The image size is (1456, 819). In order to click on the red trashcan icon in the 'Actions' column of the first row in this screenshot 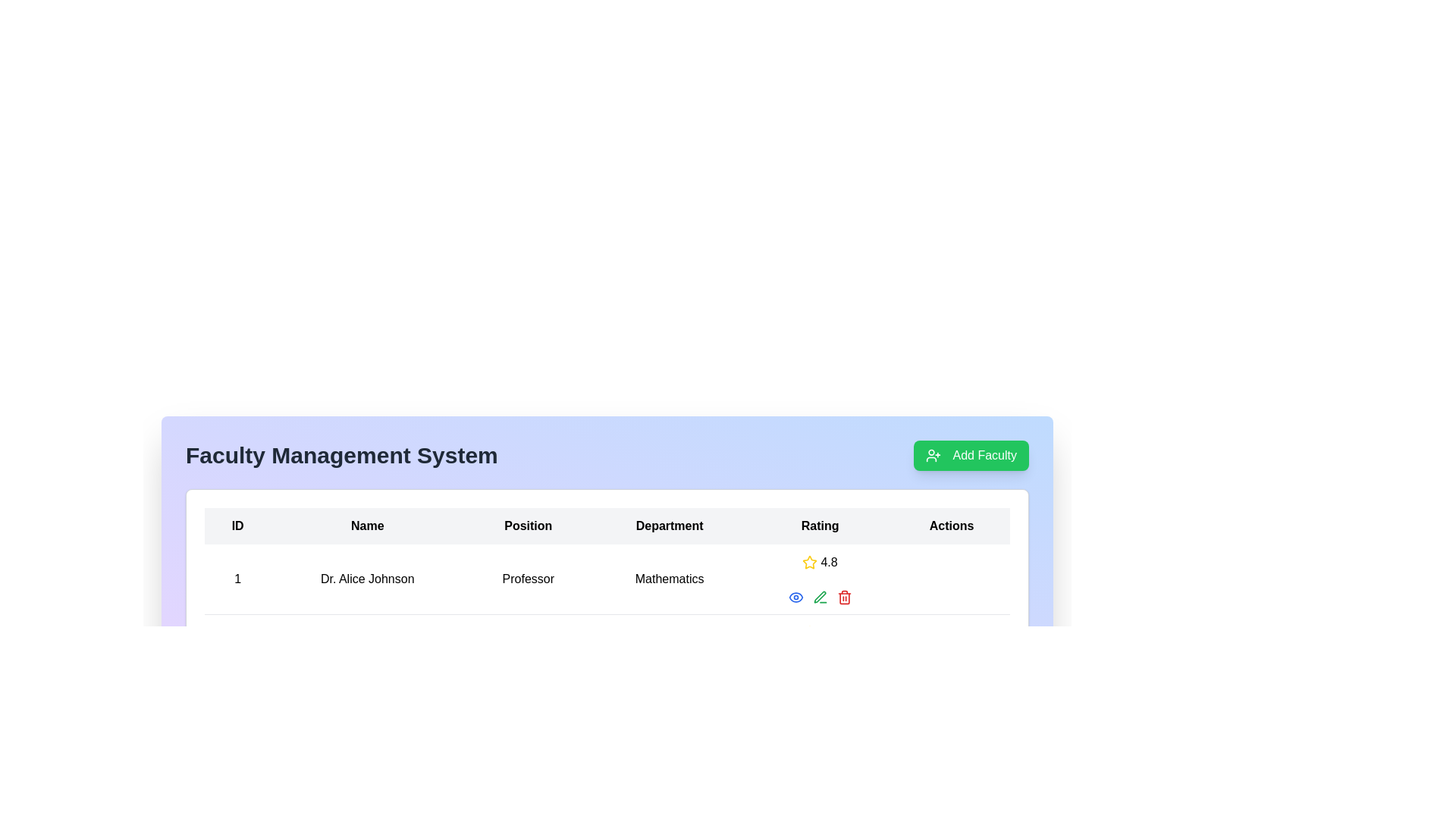, I will do `click(843, 596)`.